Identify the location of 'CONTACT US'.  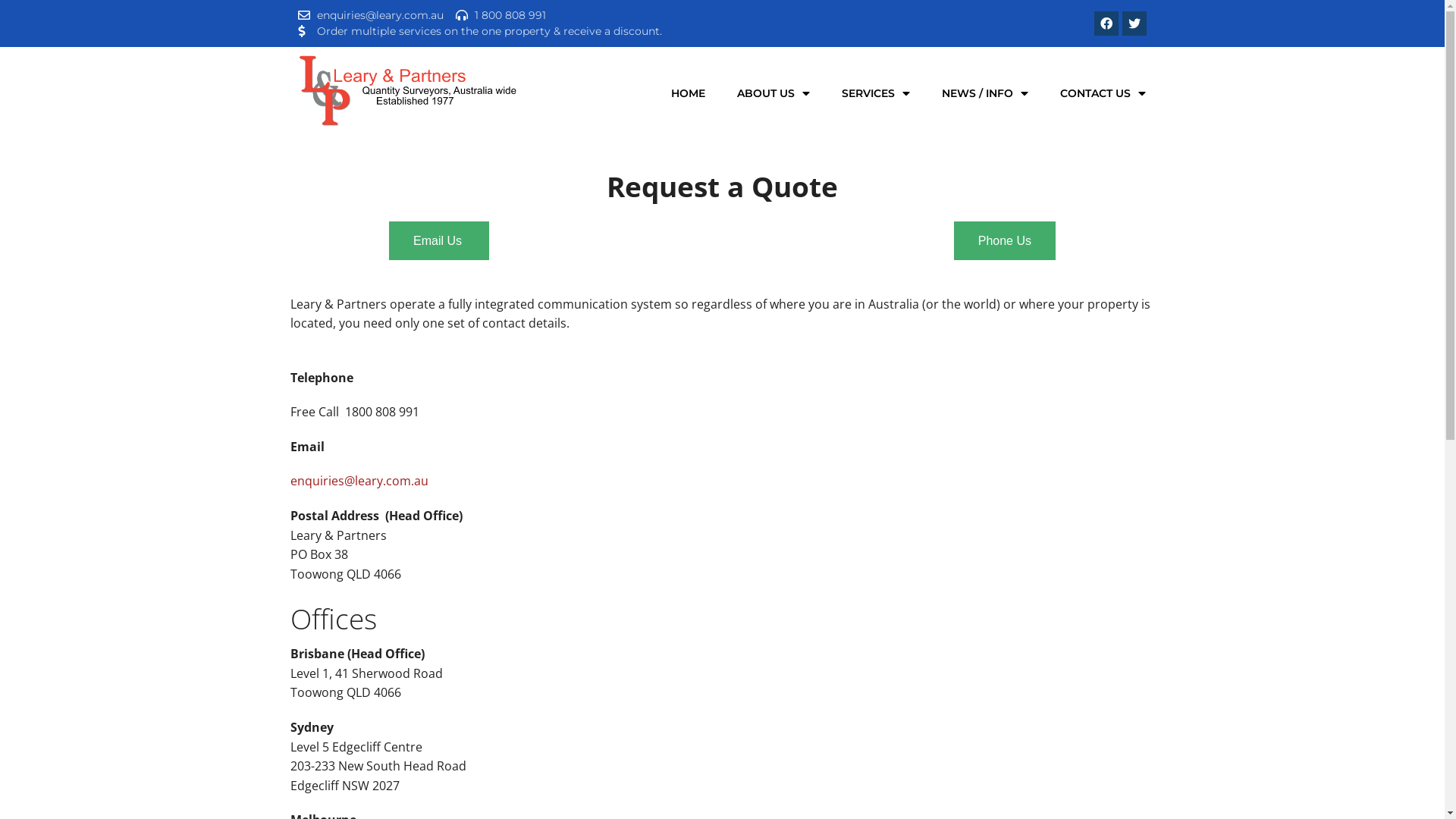
(1103, 93).